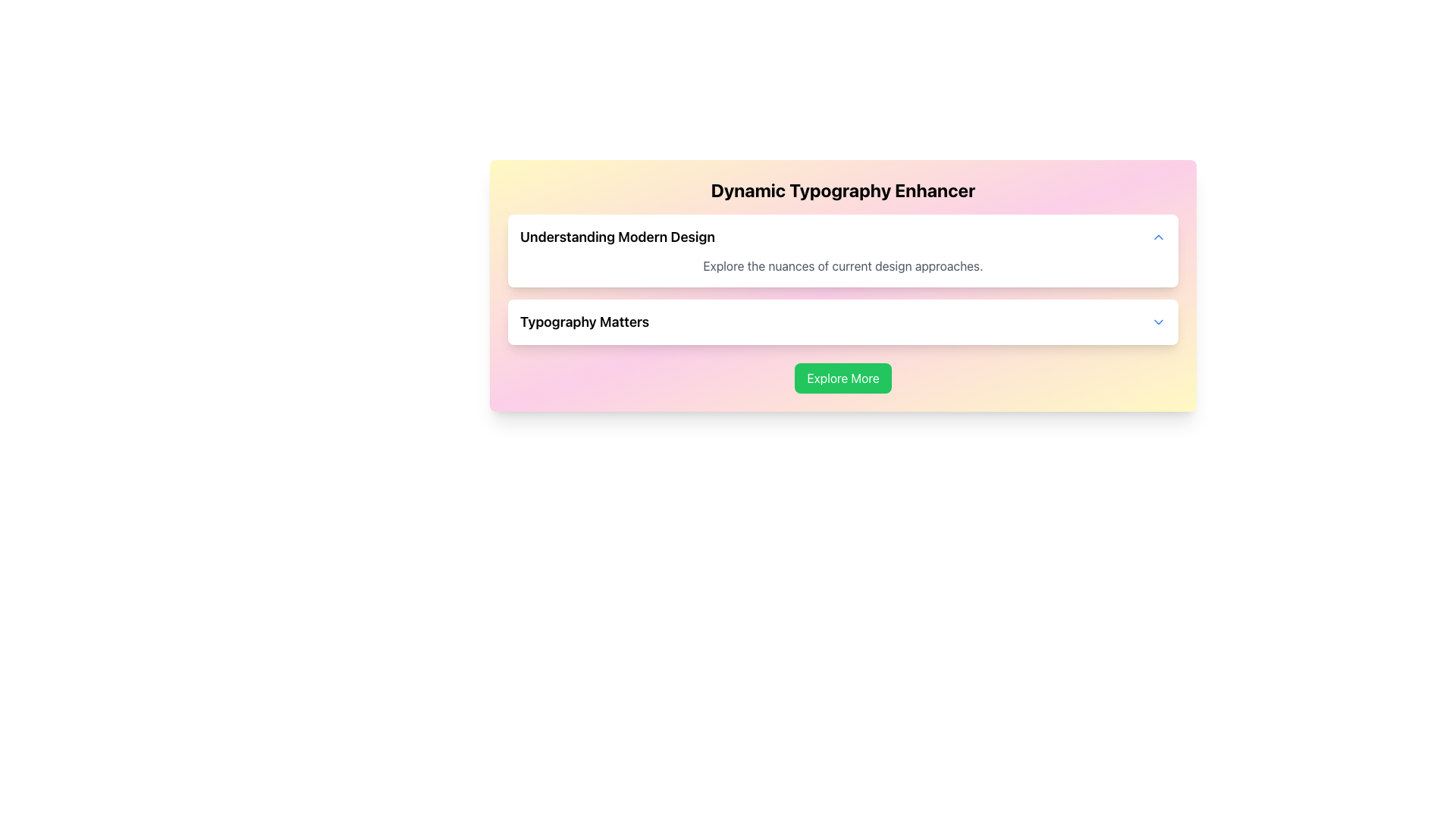  I want to click on the Informational Section titled 'Understanding Modern Design' and 'Typography Matters' to interact with embedded elements, so click(843, 280).